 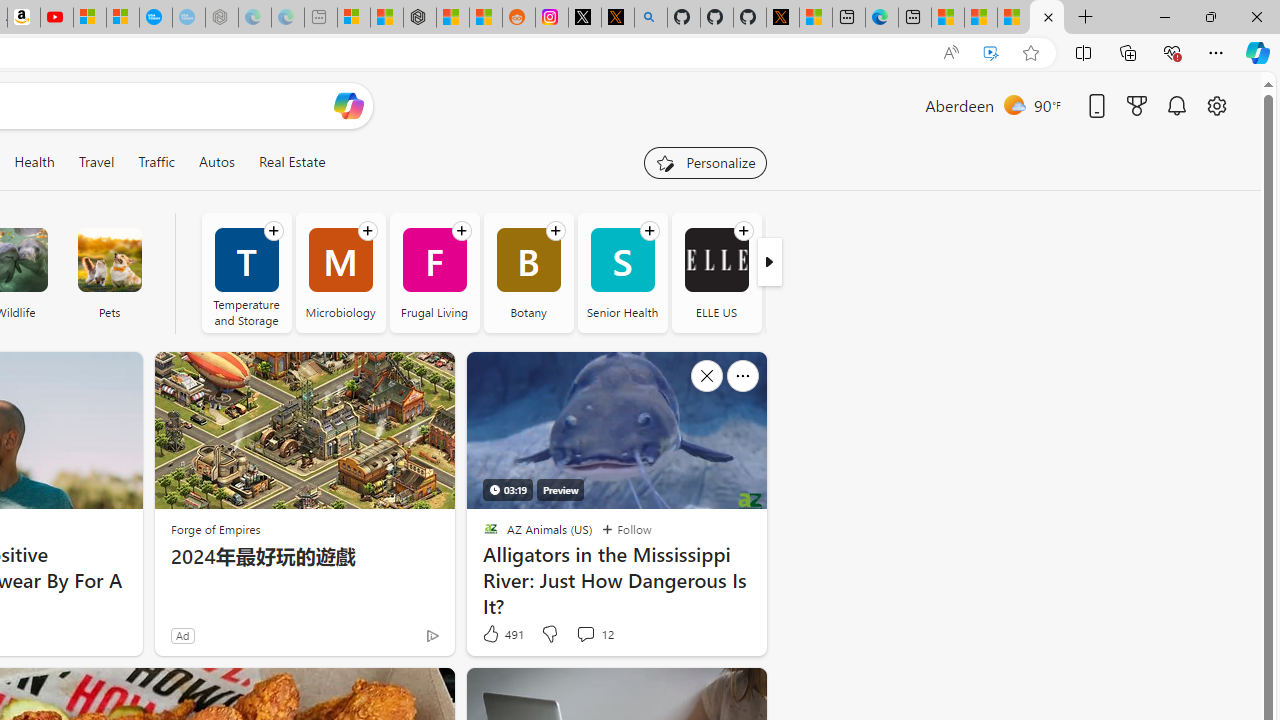 What do you see at coordinates (584, 633) in the screenshot?
I see `'View comments 12 Comment'` at bounding box center [584, 633].